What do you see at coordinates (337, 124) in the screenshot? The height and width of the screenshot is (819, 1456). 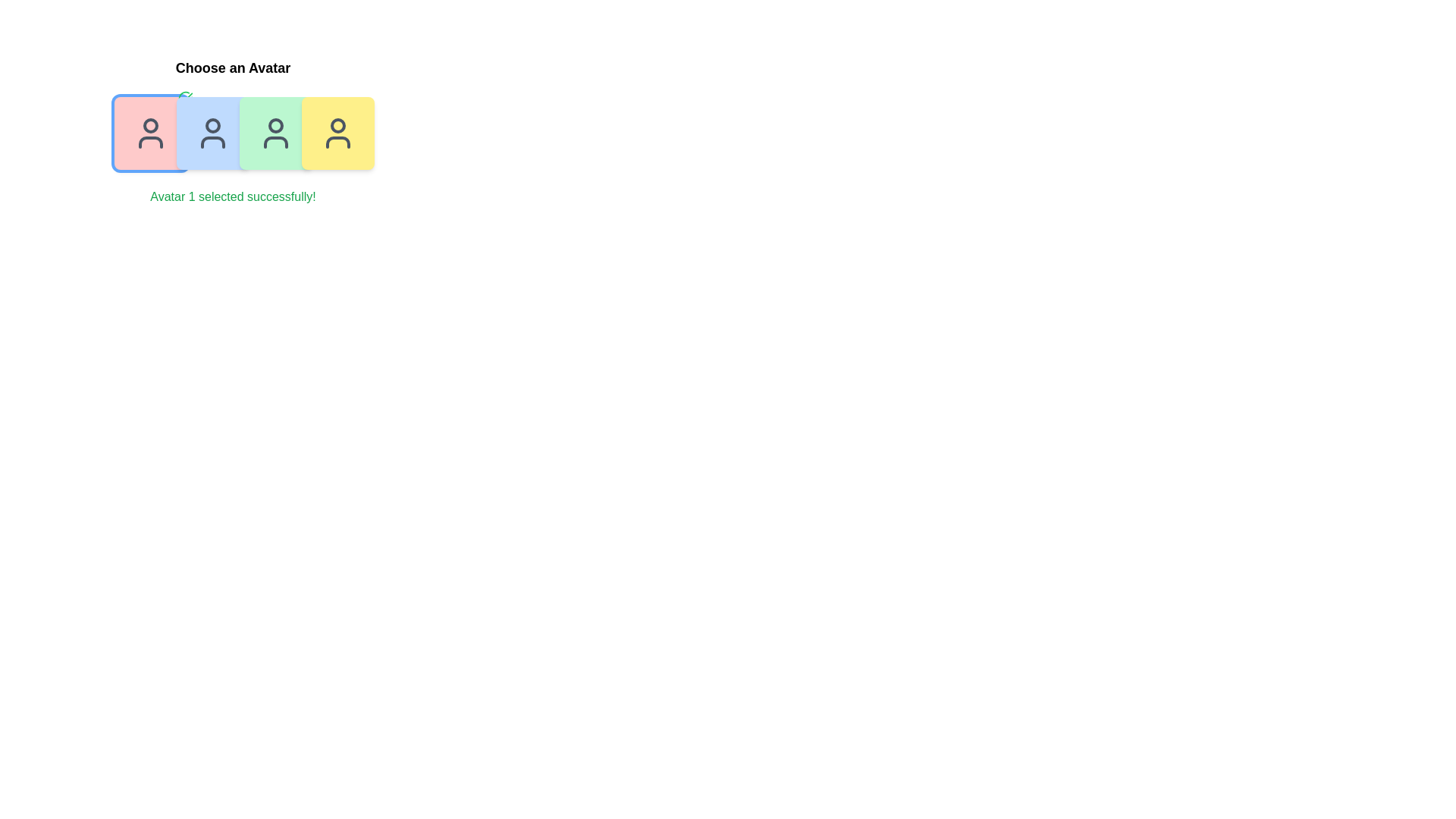 I see `the small circular shape located in the upper region of a yellow box, which is part of the selectable avatar options` at bounding box center [337, 124].